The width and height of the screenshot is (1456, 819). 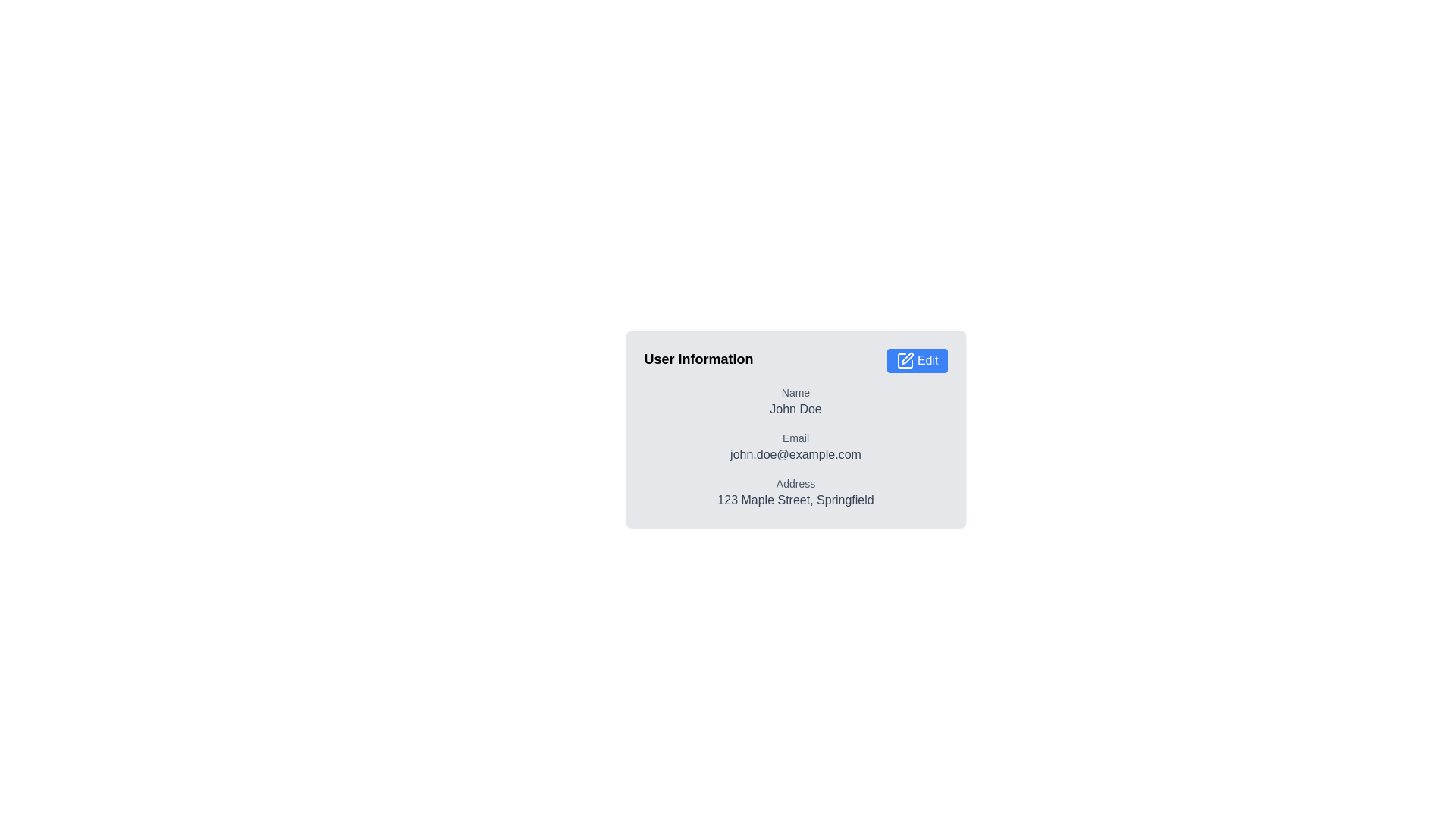 What do you see at coordinates (795, 493) in the screenshot?
I see `the 'Address' text label displaying '123 Maple Street, Springfield', located at the bottom of the user information card, following the 'Email' entry` at bounding box center [795, 493].